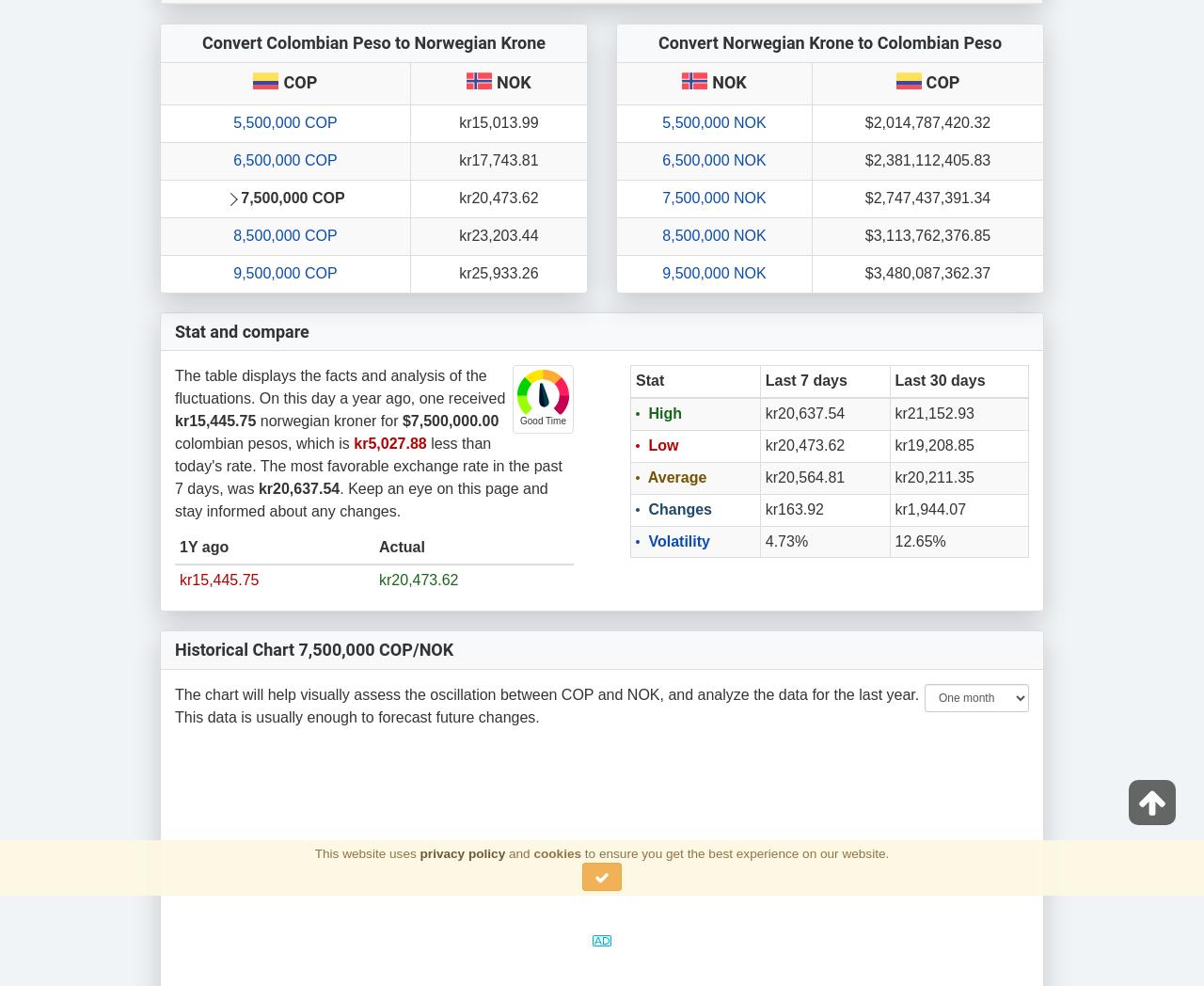 This screenshot has width=1204, height=986. I want to click on 'less than today's rate. The most favorable exchange rate in the past 7 days, was', so click(174, 466).